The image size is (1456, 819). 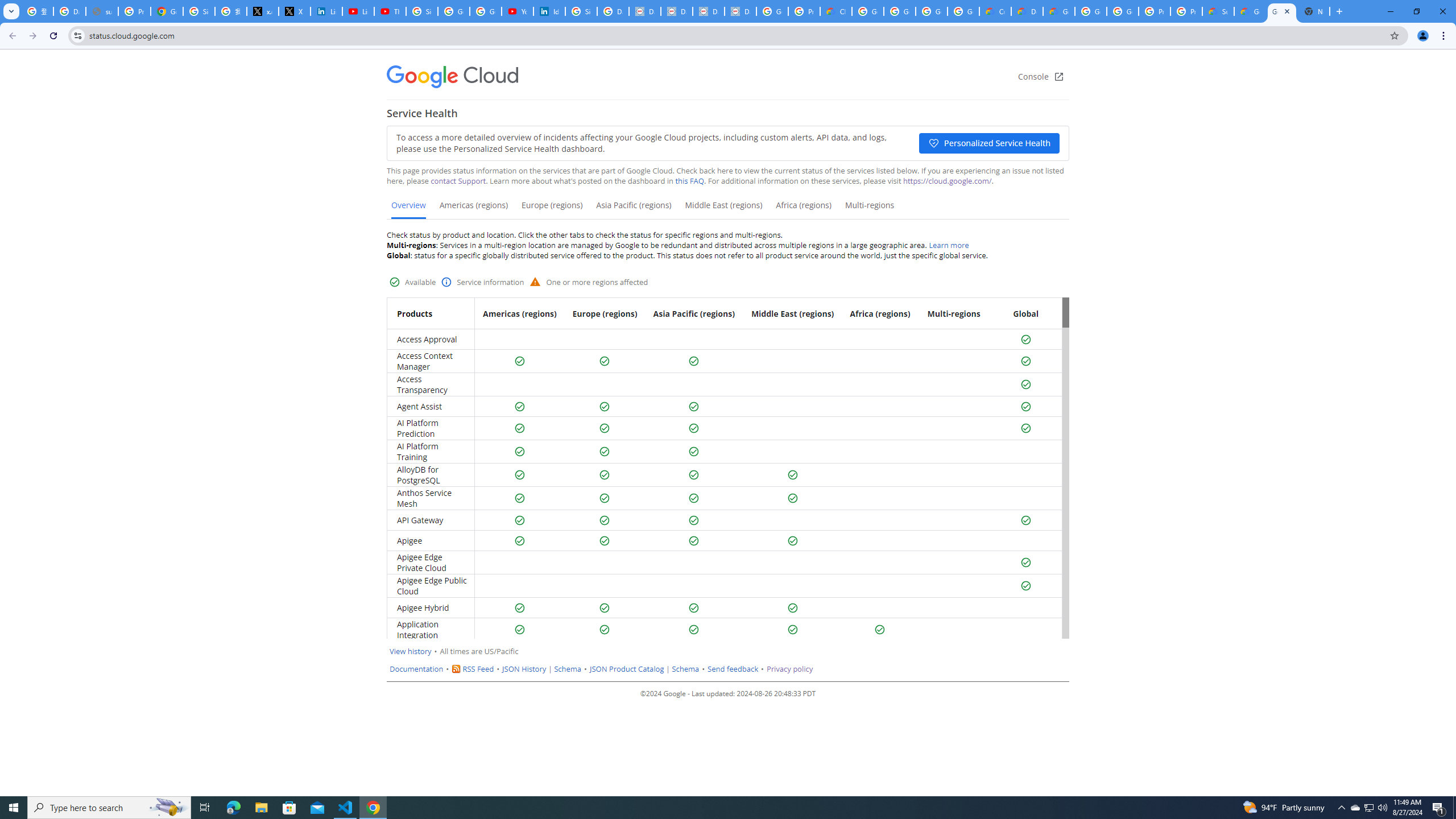 I want to click on 'Asia Pacific (regions)', so click(x=632, y=209).